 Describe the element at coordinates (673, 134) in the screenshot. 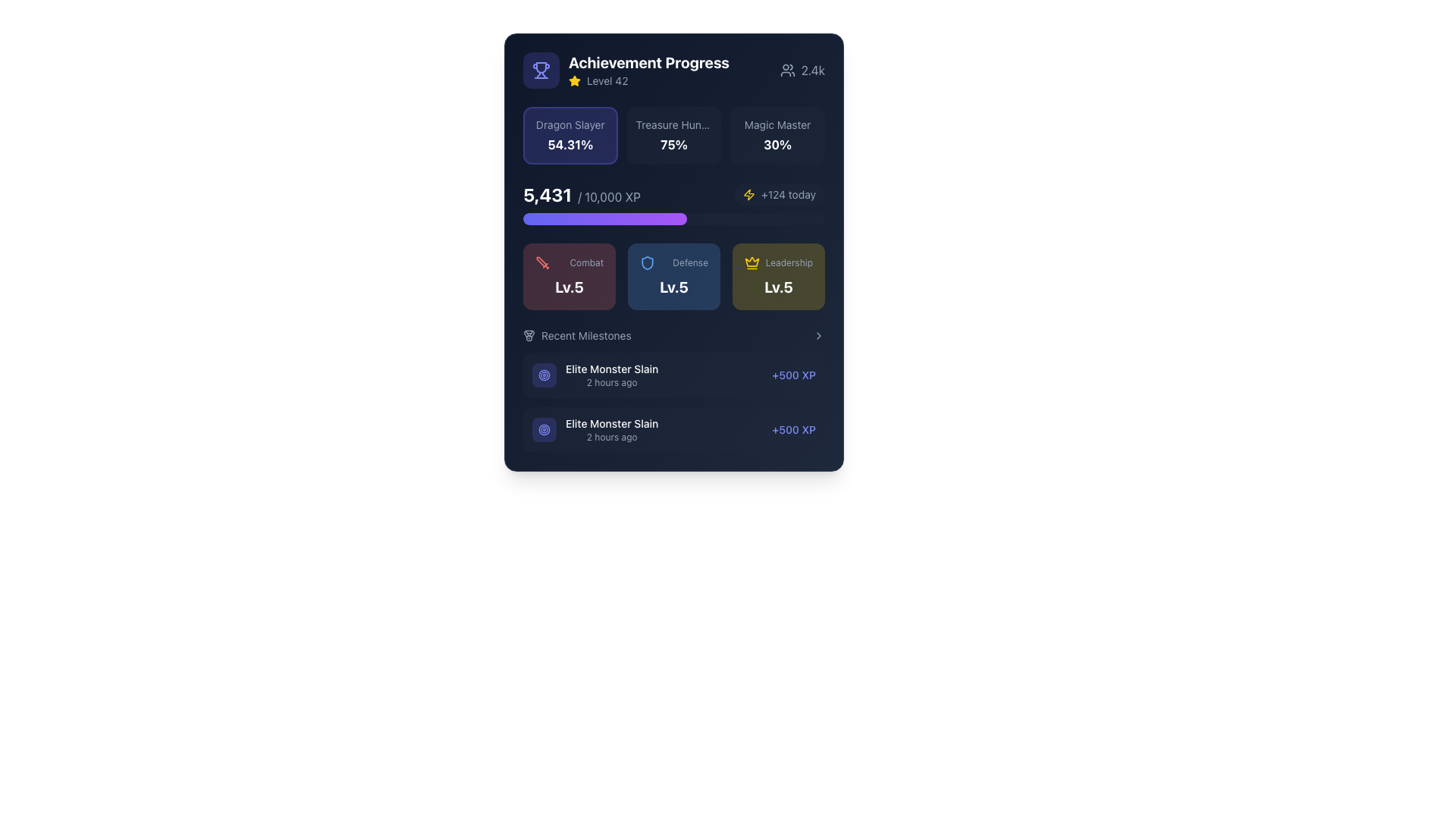

I see `the 'Treasure Hunter' interactive card for keyboard interactions` at that location.